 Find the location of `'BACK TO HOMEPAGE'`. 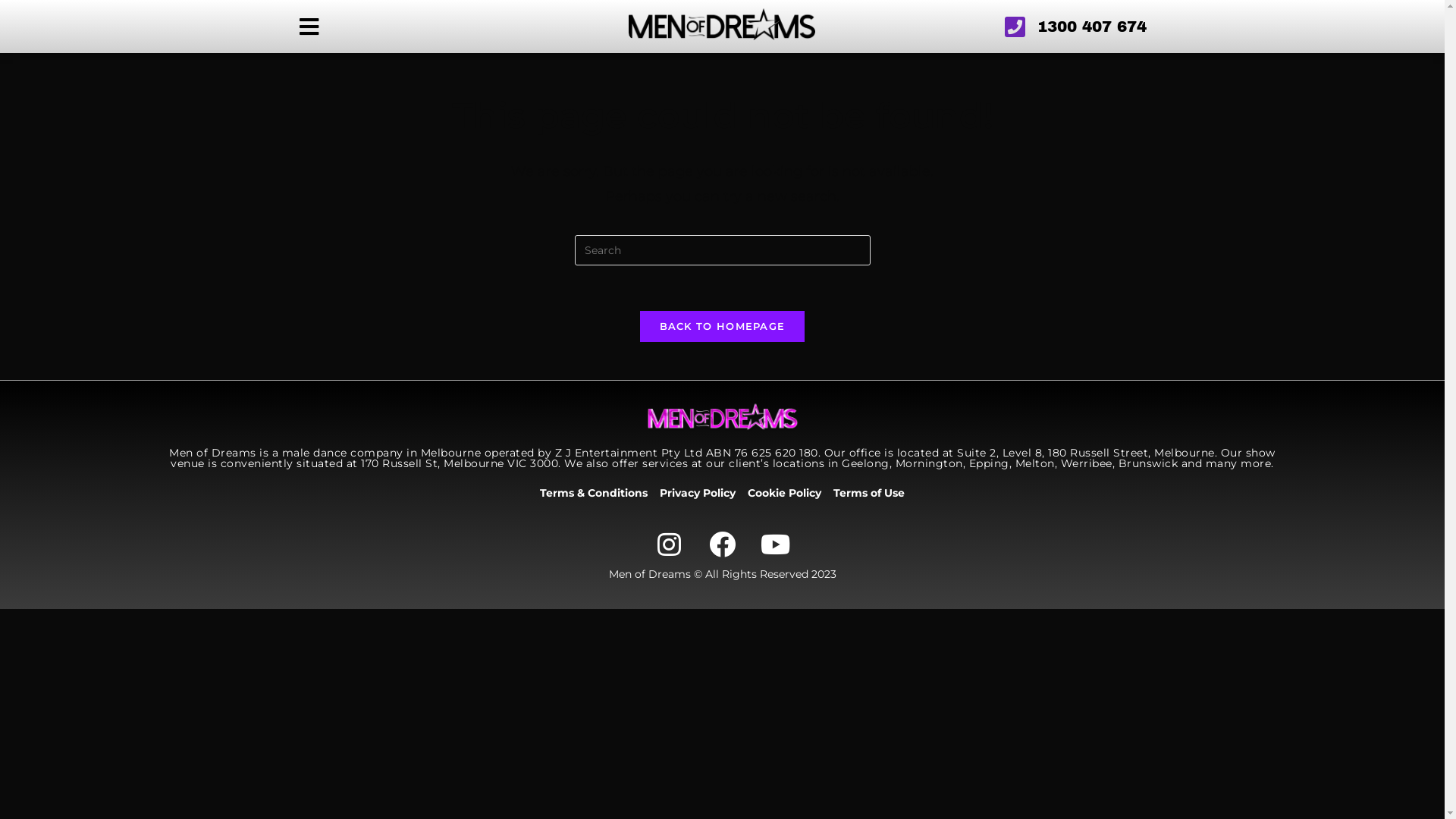

'BACK TO HOMEPAGE' is located at coordinates (640, 325).